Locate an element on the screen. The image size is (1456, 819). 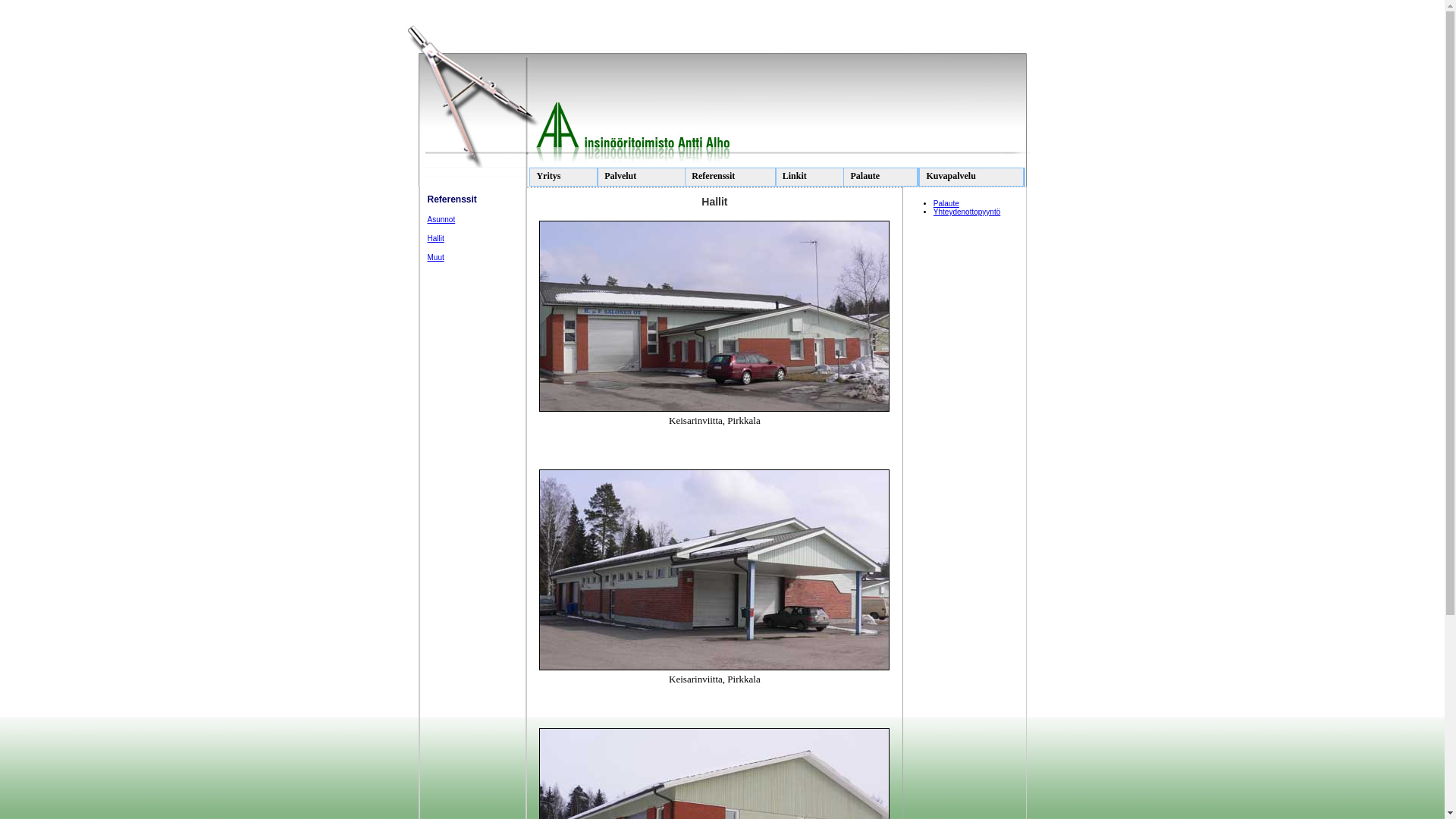
'Muut' is located at coordinates (435, 256).